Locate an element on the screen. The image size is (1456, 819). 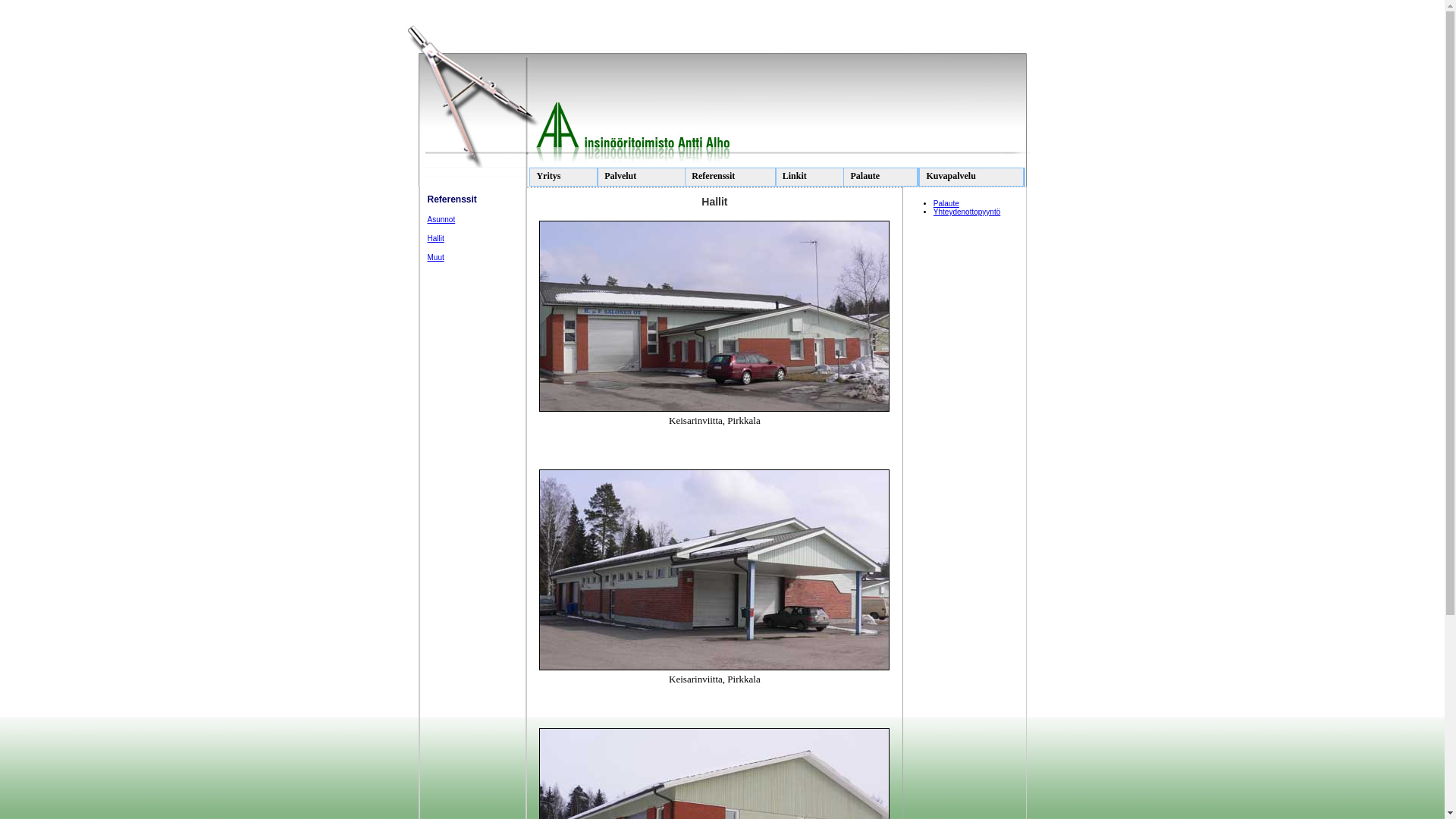
'Muut' is located at coordinates (435, 256).